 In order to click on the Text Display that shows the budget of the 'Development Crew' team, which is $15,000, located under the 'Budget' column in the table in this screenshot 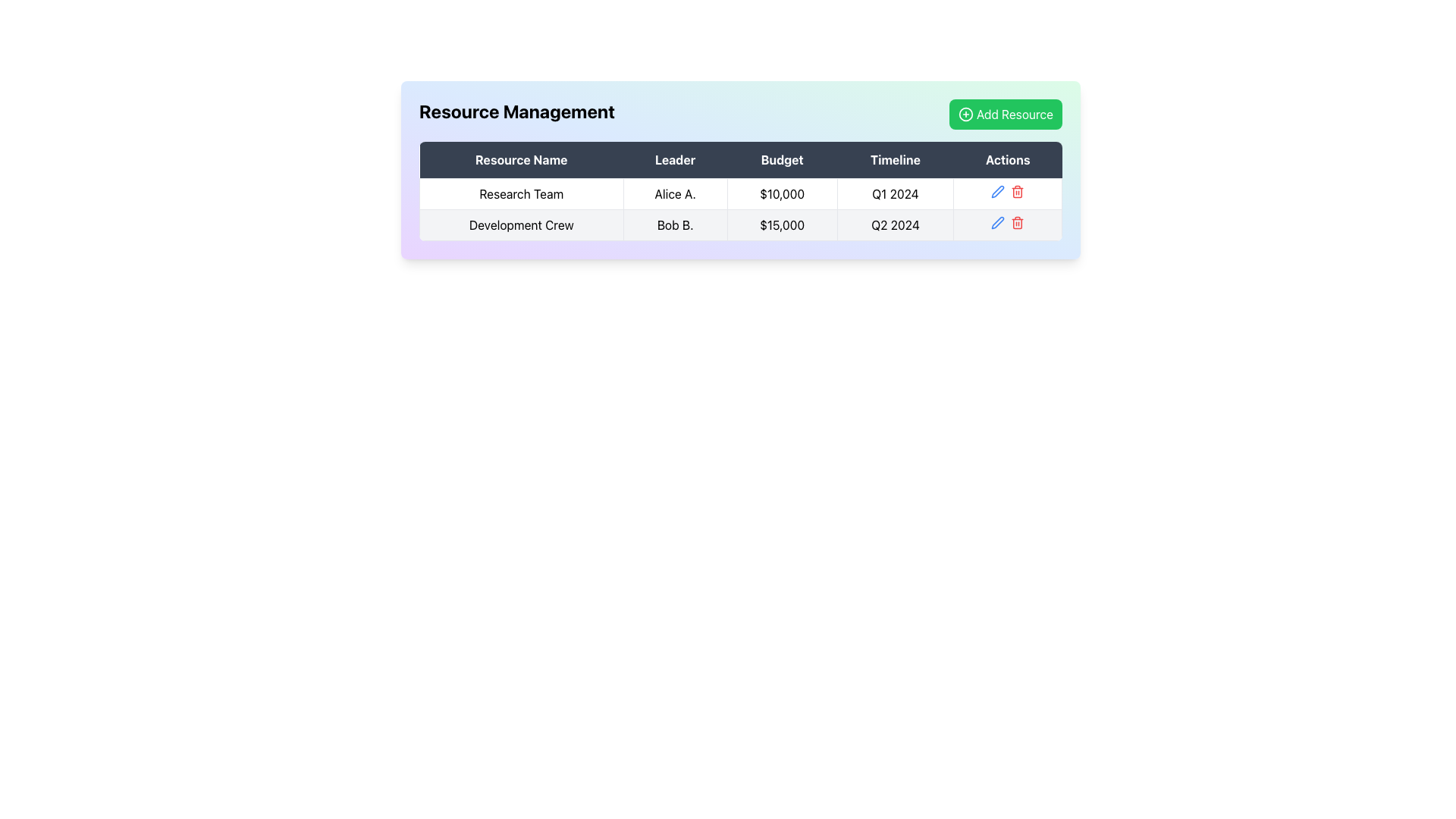, I will do `click(782, 225)`.